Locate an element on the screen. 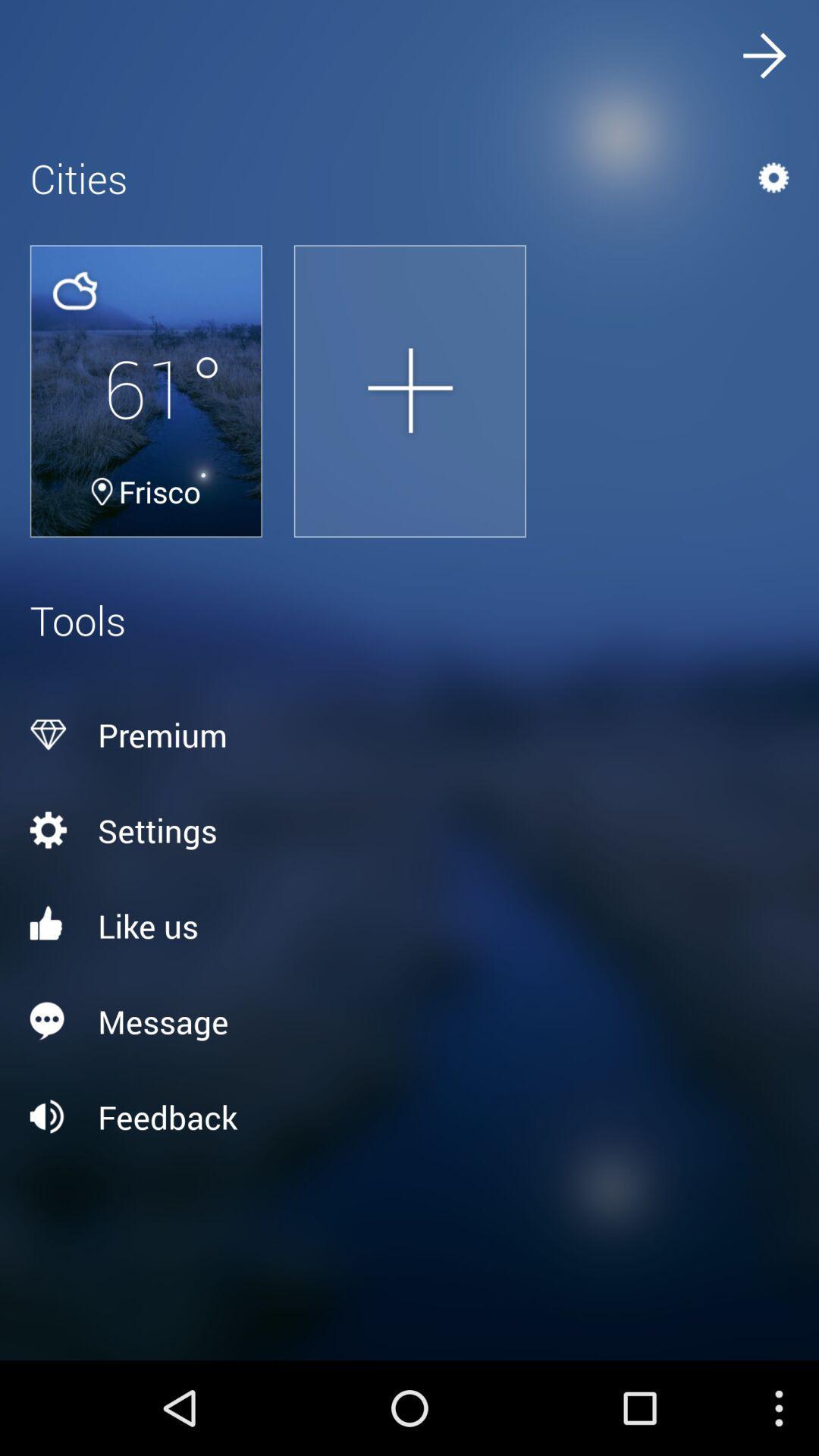  right of 61 is located at coordinates (409, 391).